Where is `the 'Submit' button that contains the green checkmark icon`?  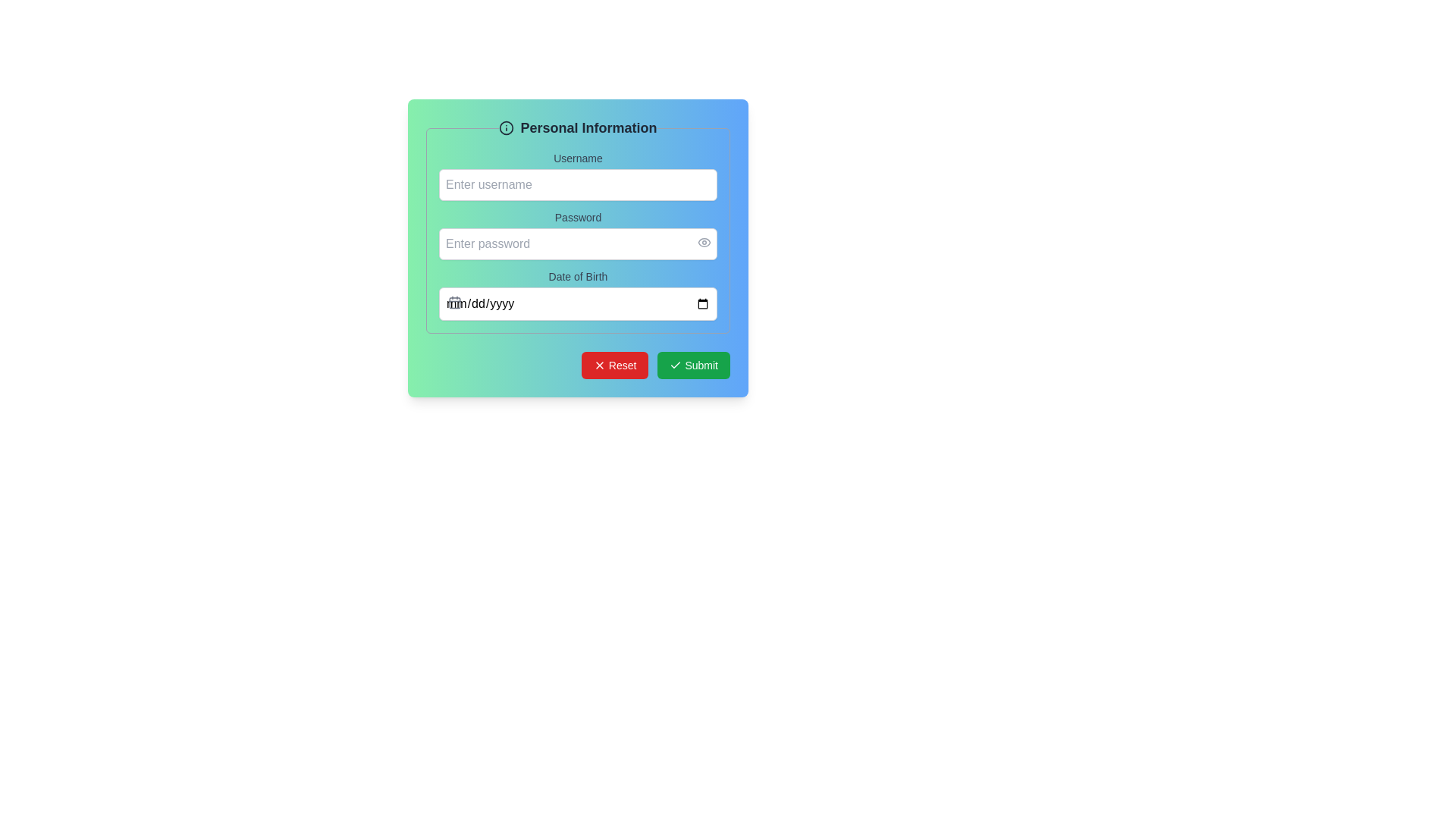 the 'Submit' button that contains the green checkmark icon is located at coordinates (675, 366).